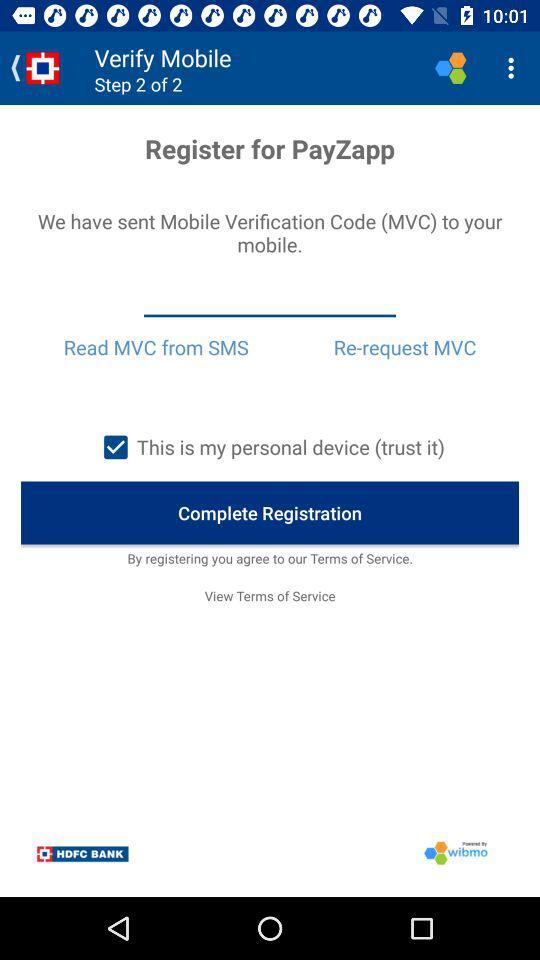  I want to click on re-request mvc icon, so click(405, 347).